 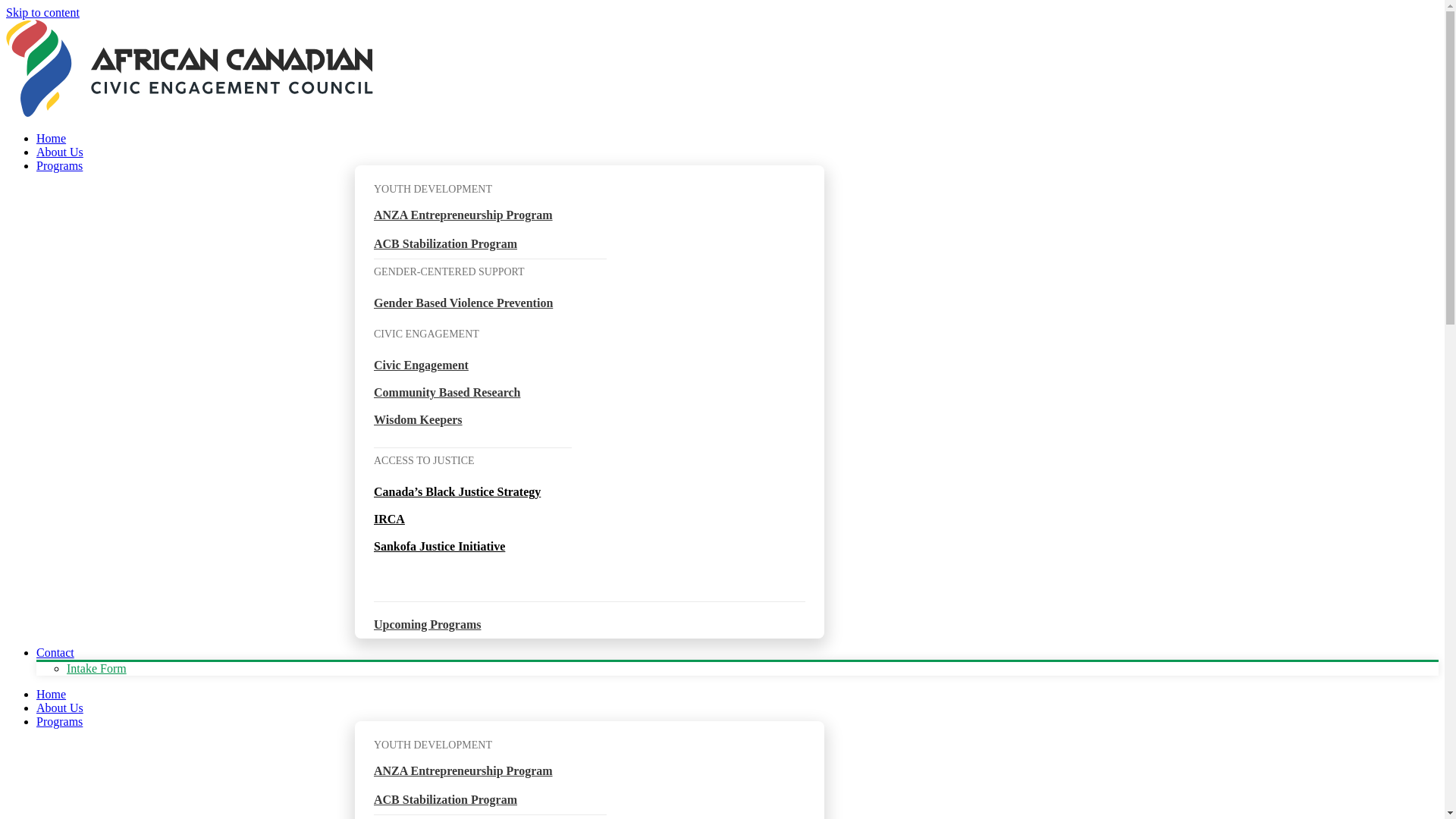 What do you see at coordinates (446, 391) in the screenshot?
I see `'Community Based Research'` at bounding box center [446, 391].